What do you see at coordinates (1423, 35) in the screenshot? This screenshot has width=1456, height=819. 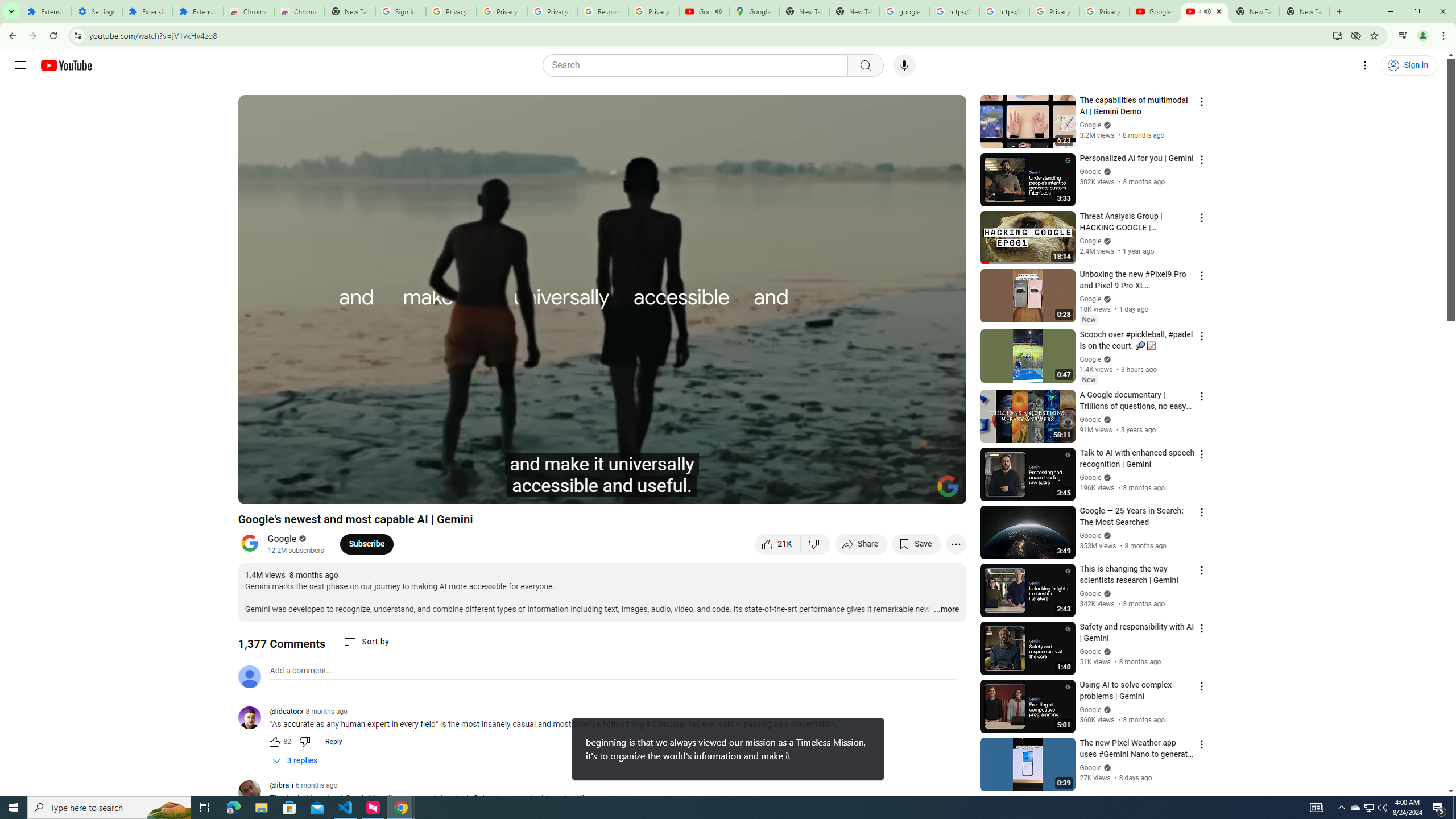 I see `'You'` at bounding box center [1423, 35].